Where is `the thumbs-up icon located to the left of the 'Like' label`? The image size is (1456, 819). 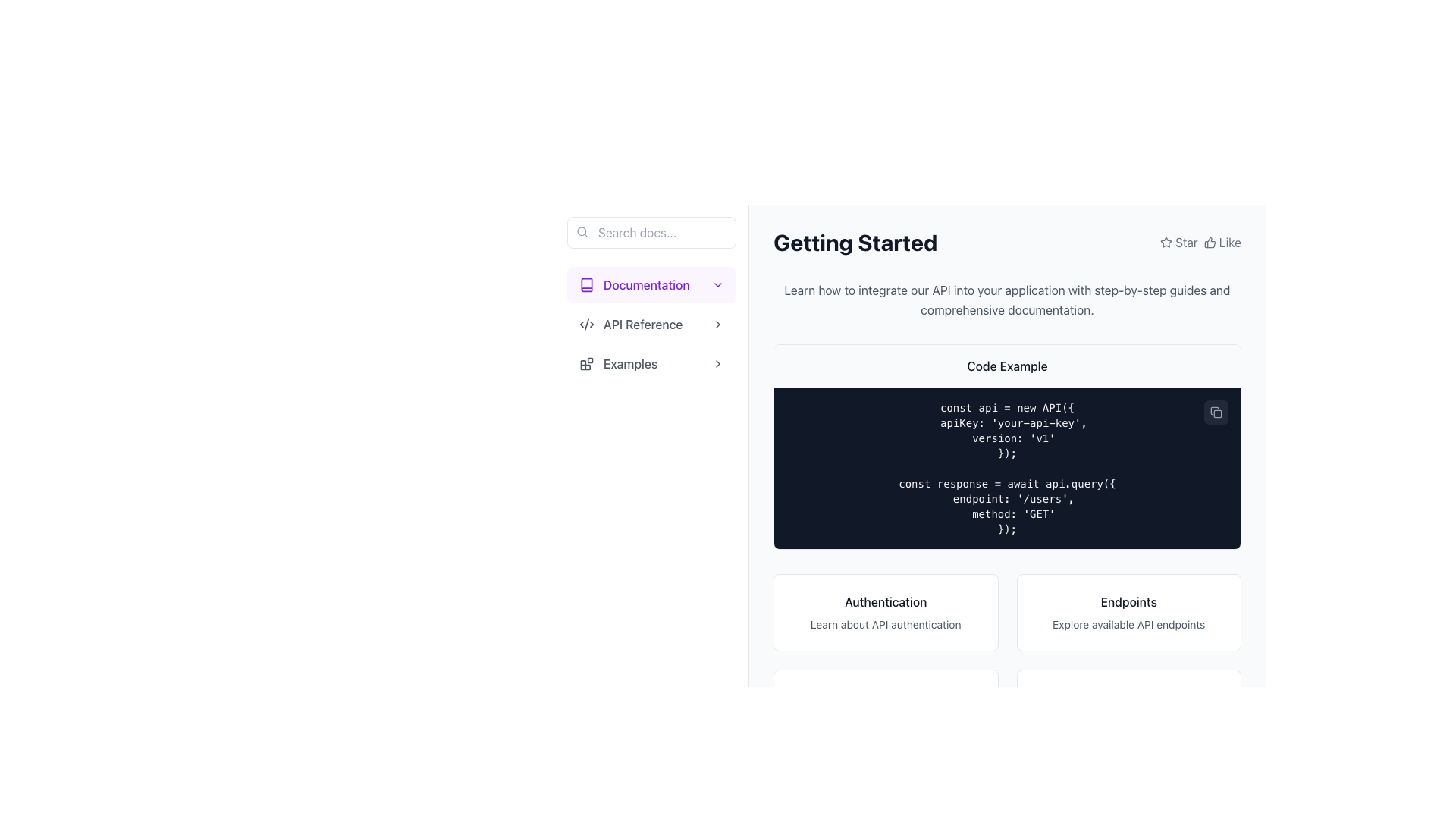
the thumbs-up icon located to the left of the 'Like' label is located at coordinates (1209, 242).